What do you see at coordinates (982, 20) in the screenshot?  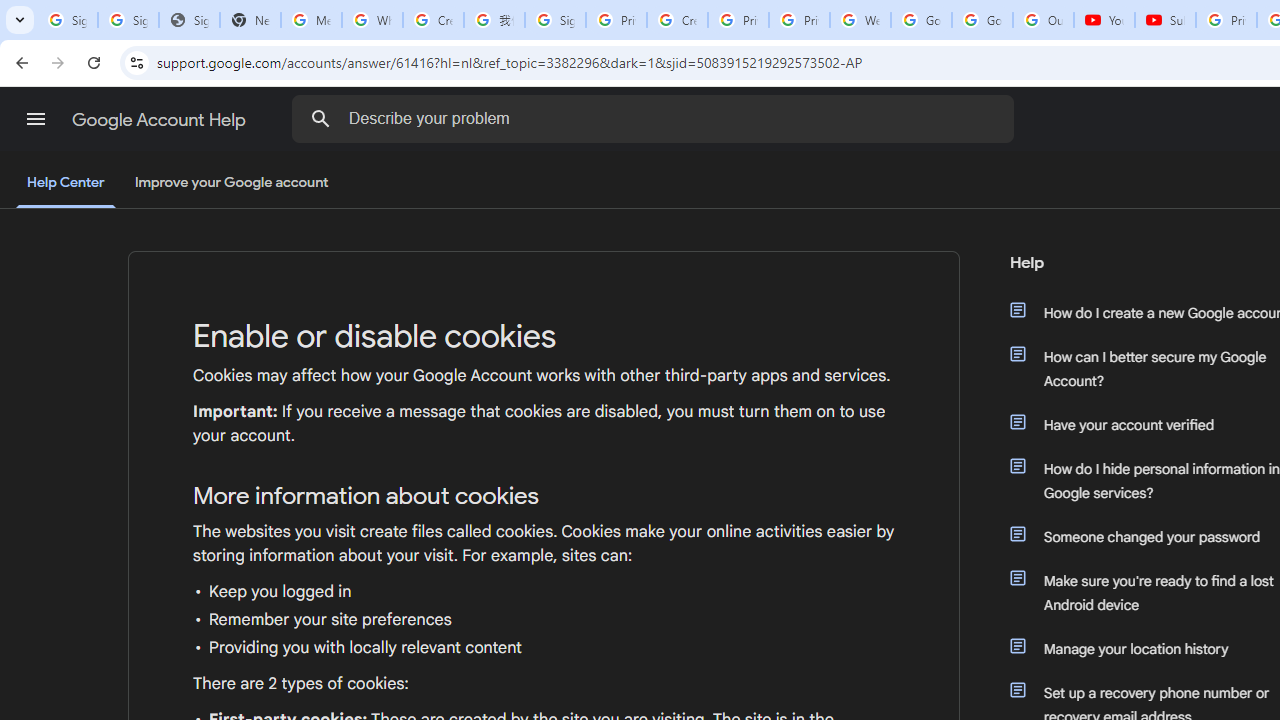 I see `'Google Account'` at bounding box center [982, 20].